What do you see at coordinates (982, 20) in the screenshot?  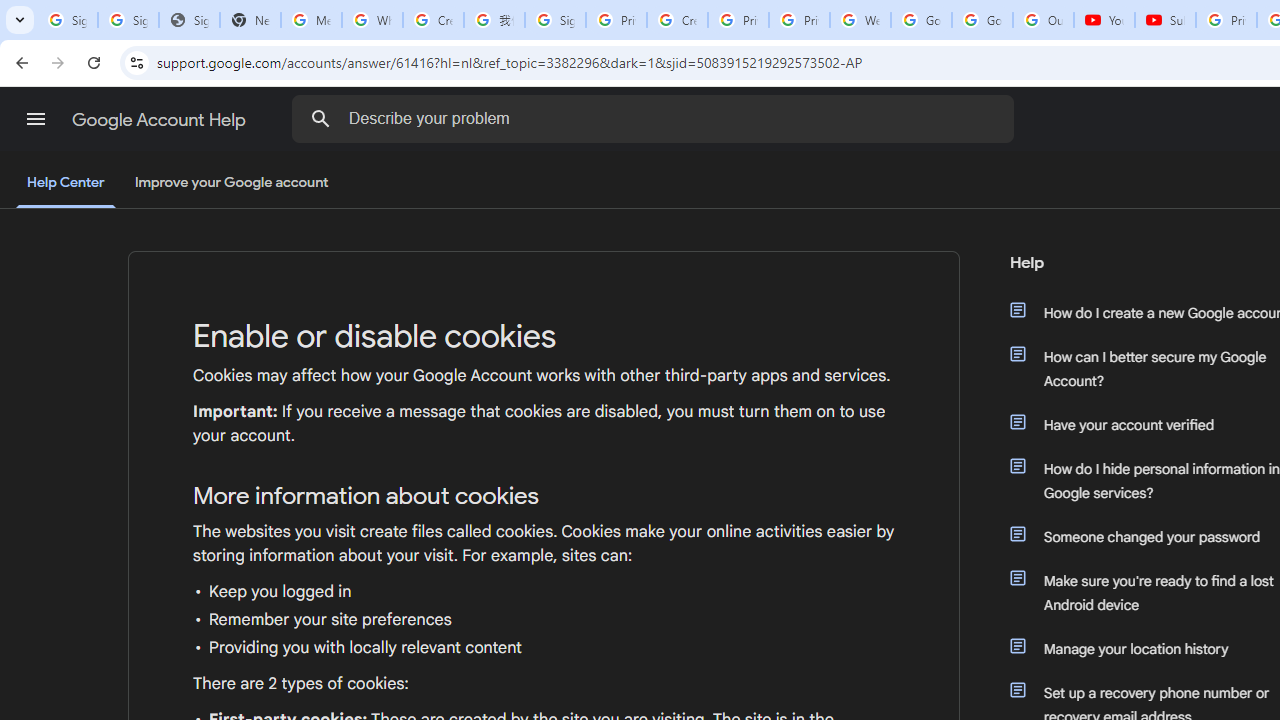 I see `'Google Account'` at bounding box center [982, 20].